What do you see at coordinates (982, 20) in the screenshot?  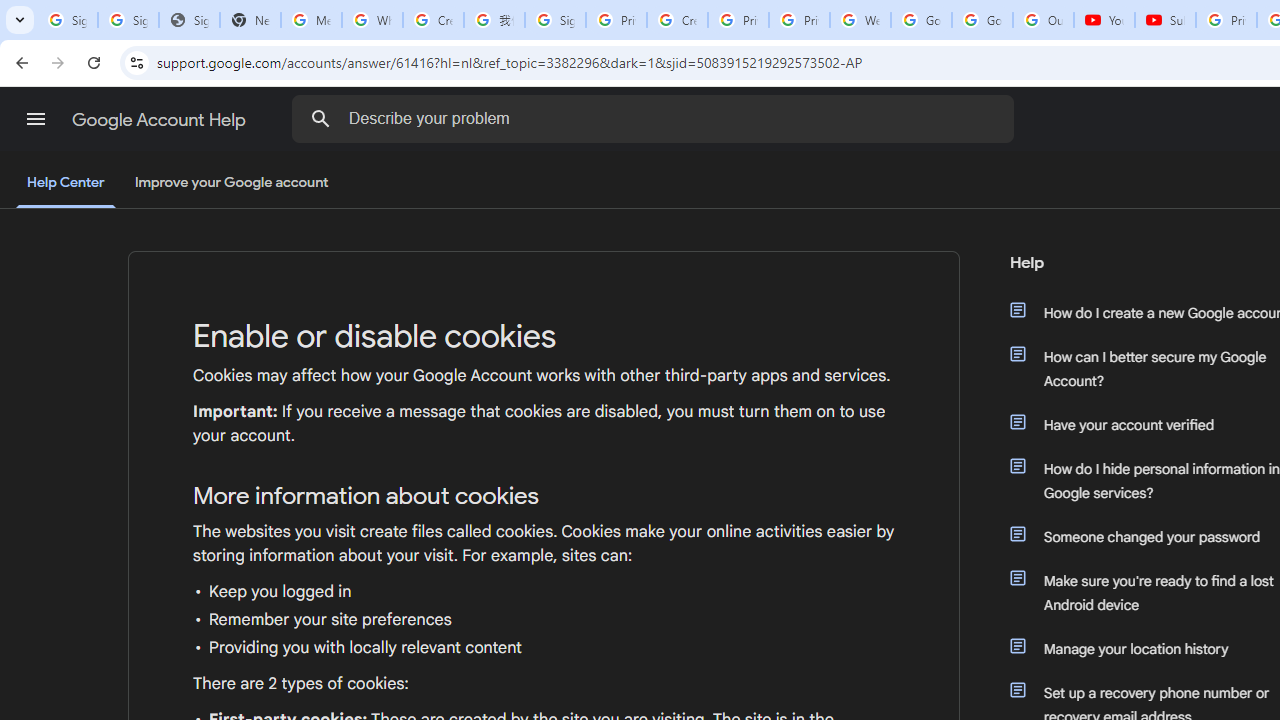 I see `'Google Account'` at bounding box center [982, 20].